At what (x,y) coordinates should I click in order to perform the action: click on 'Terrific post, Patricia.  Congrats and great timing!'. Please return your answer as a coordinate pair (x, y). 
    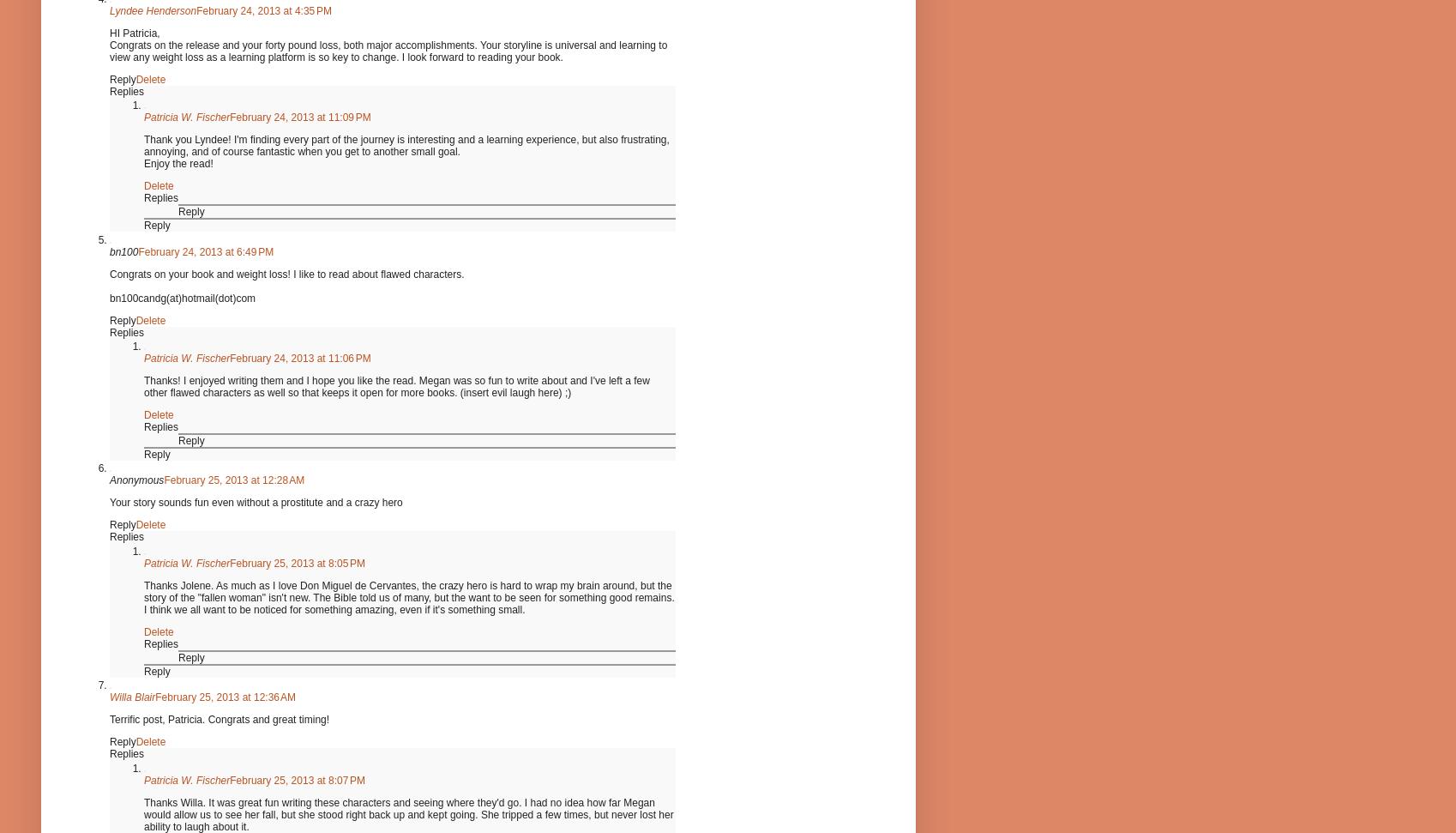
    Looking at the image, I should click on (219, 719).